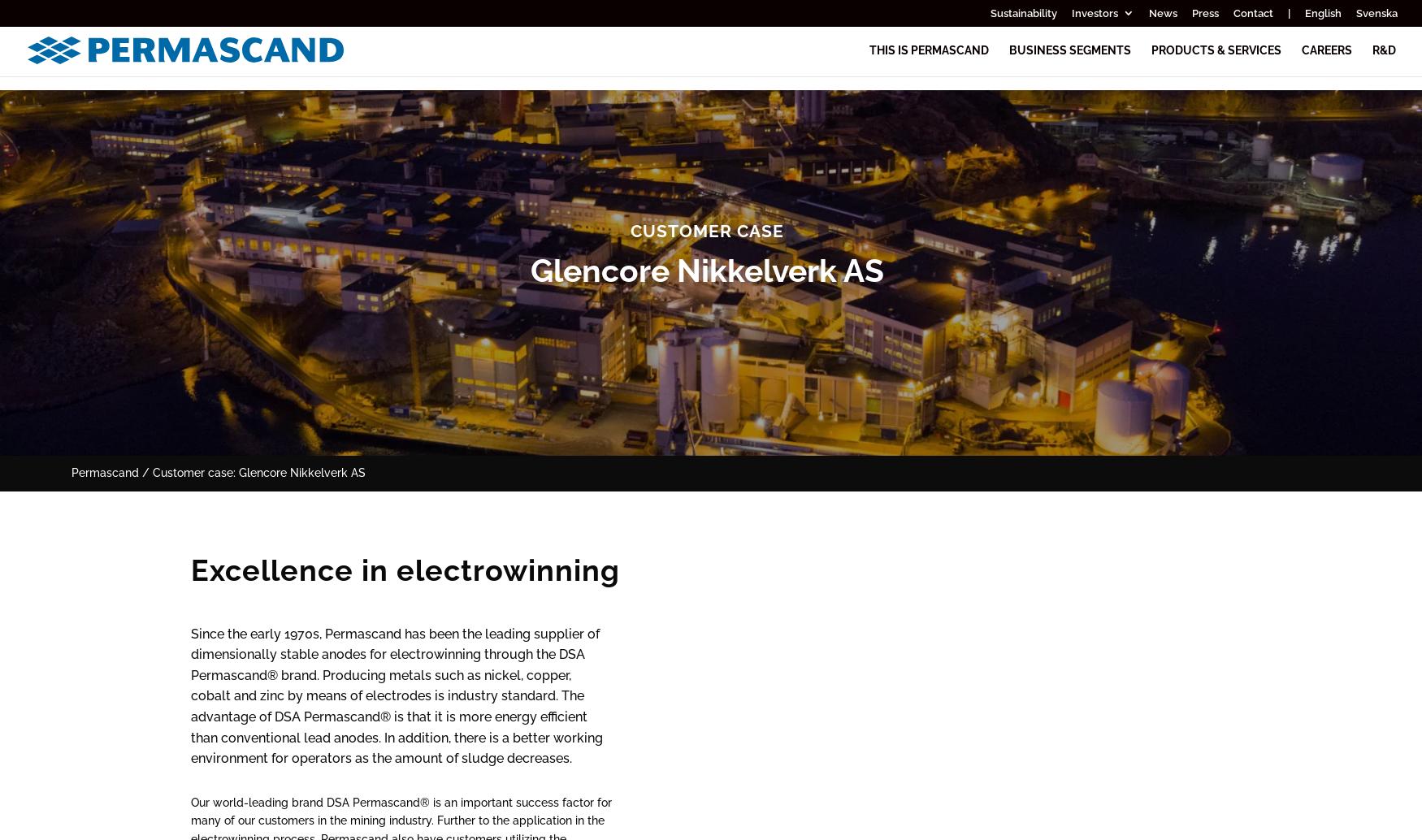 This screenshot has height=840, width=1422. I want to click on '|', so click(1289, 12).